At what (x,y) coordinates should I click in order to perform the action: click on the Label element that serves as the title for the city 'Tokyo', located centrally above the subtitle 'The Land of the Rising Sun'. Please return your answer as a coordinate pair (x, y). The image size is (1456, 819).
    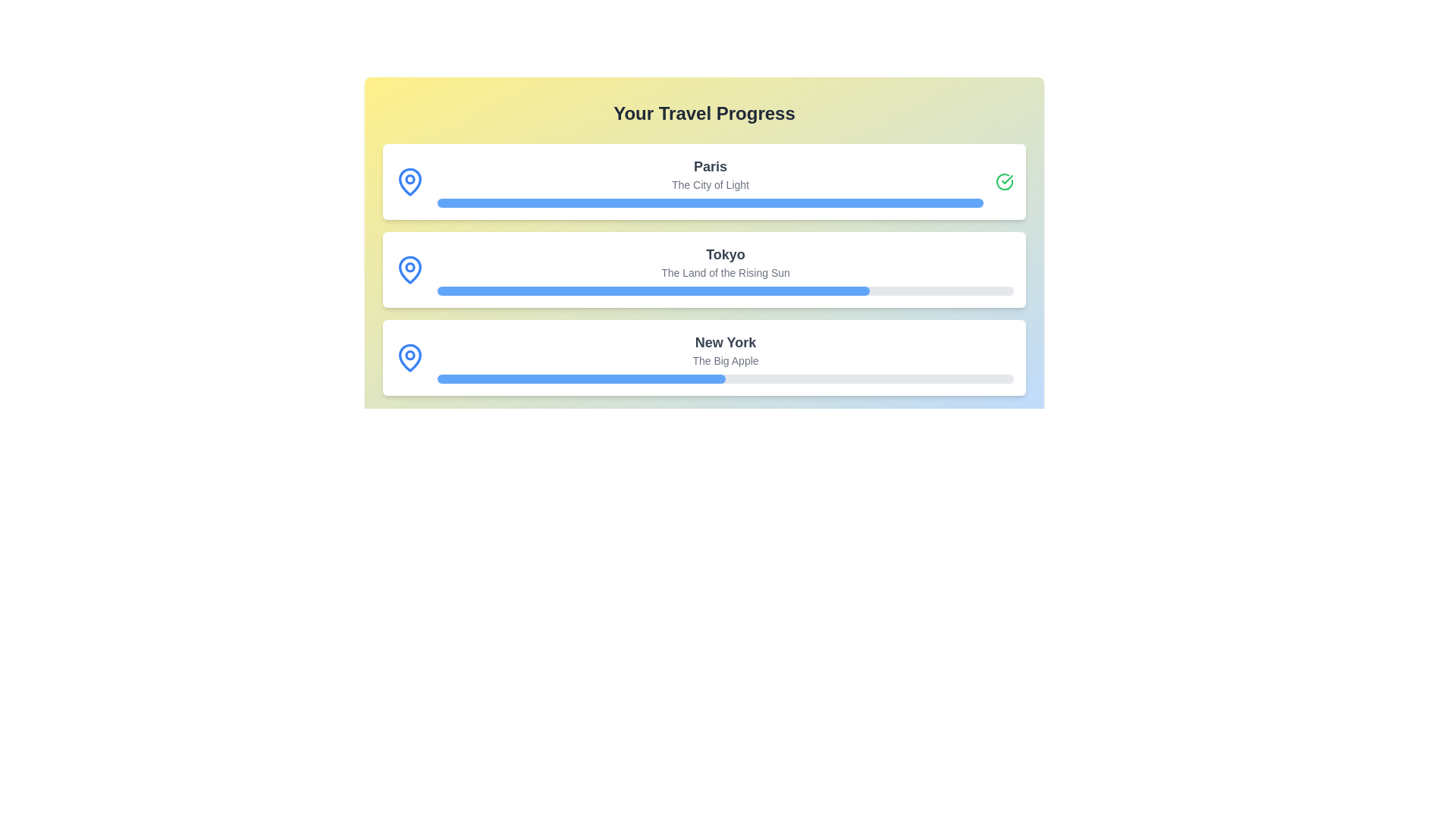
    Looking at the image, I should click on (724, 253).